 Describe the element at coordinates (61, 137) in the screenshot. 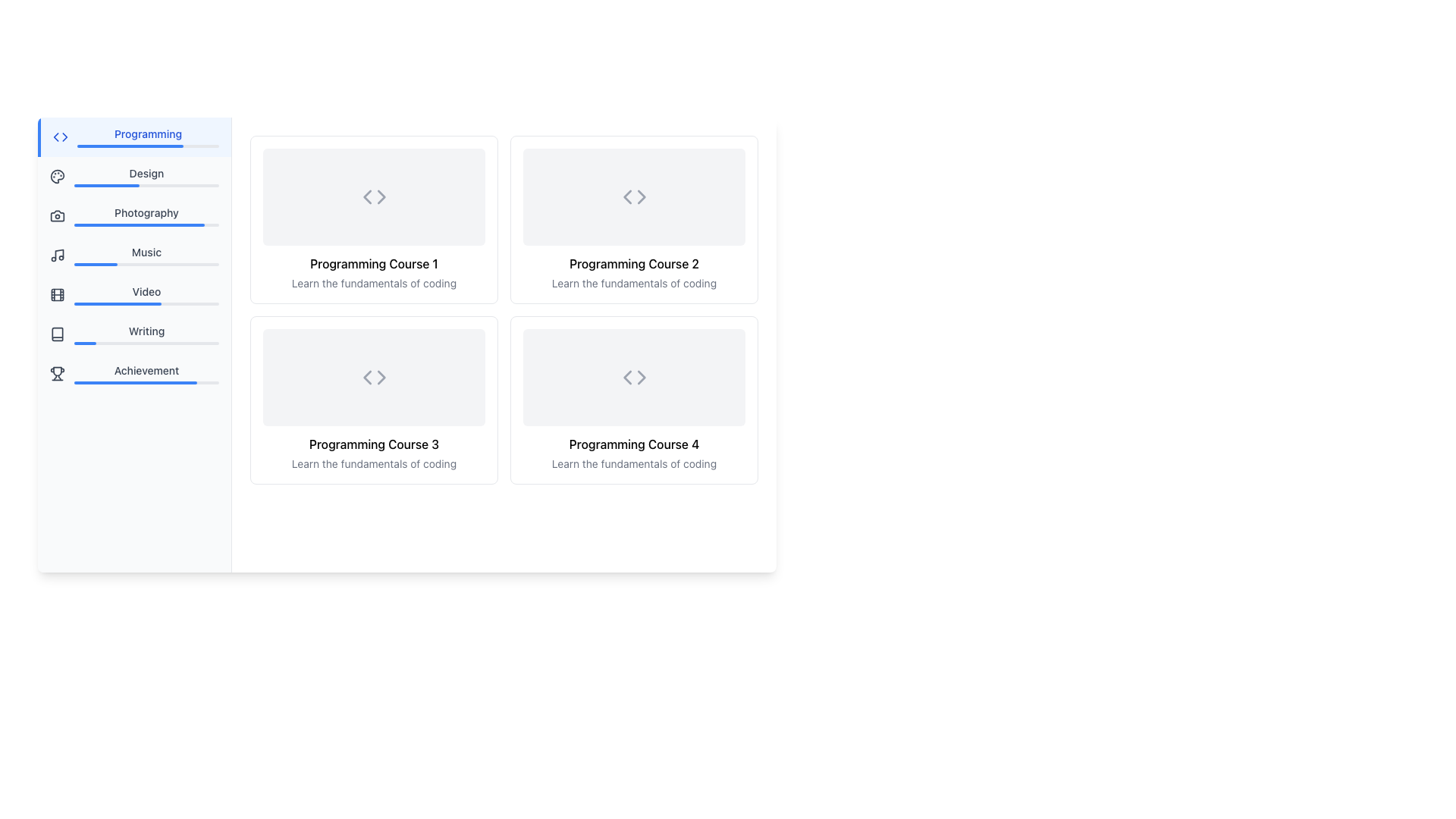

I see `the SVG icon representing coding symbols located in the navigation sidebar, positioned to the left of the 'Programming' text` at that location.